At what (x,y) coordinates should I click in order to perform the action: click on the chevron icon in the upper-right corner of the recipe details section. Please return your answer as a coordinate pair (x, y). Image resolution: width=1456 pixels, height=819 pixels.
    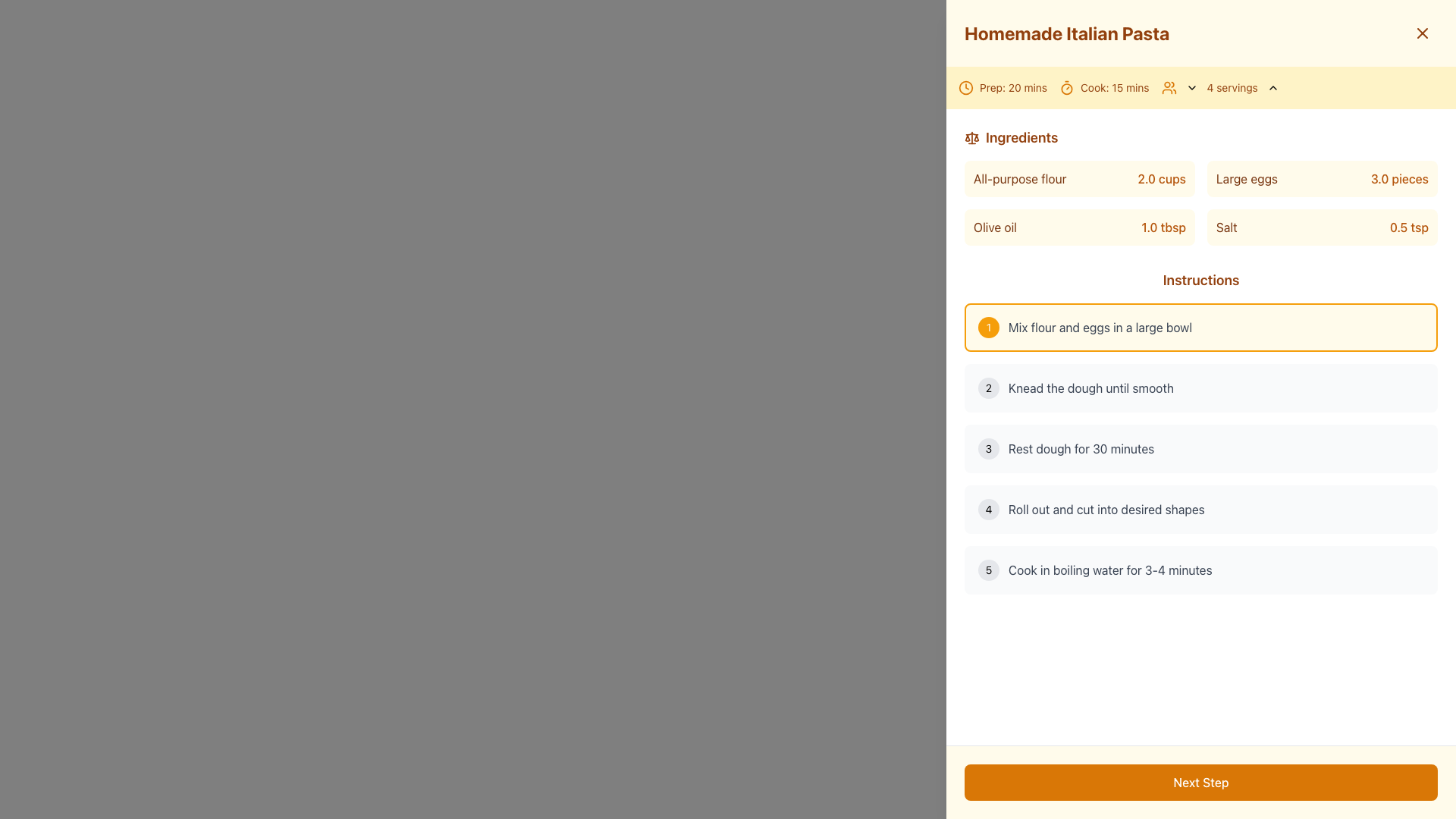
    Looking at the image, I should click on (1272, 87).